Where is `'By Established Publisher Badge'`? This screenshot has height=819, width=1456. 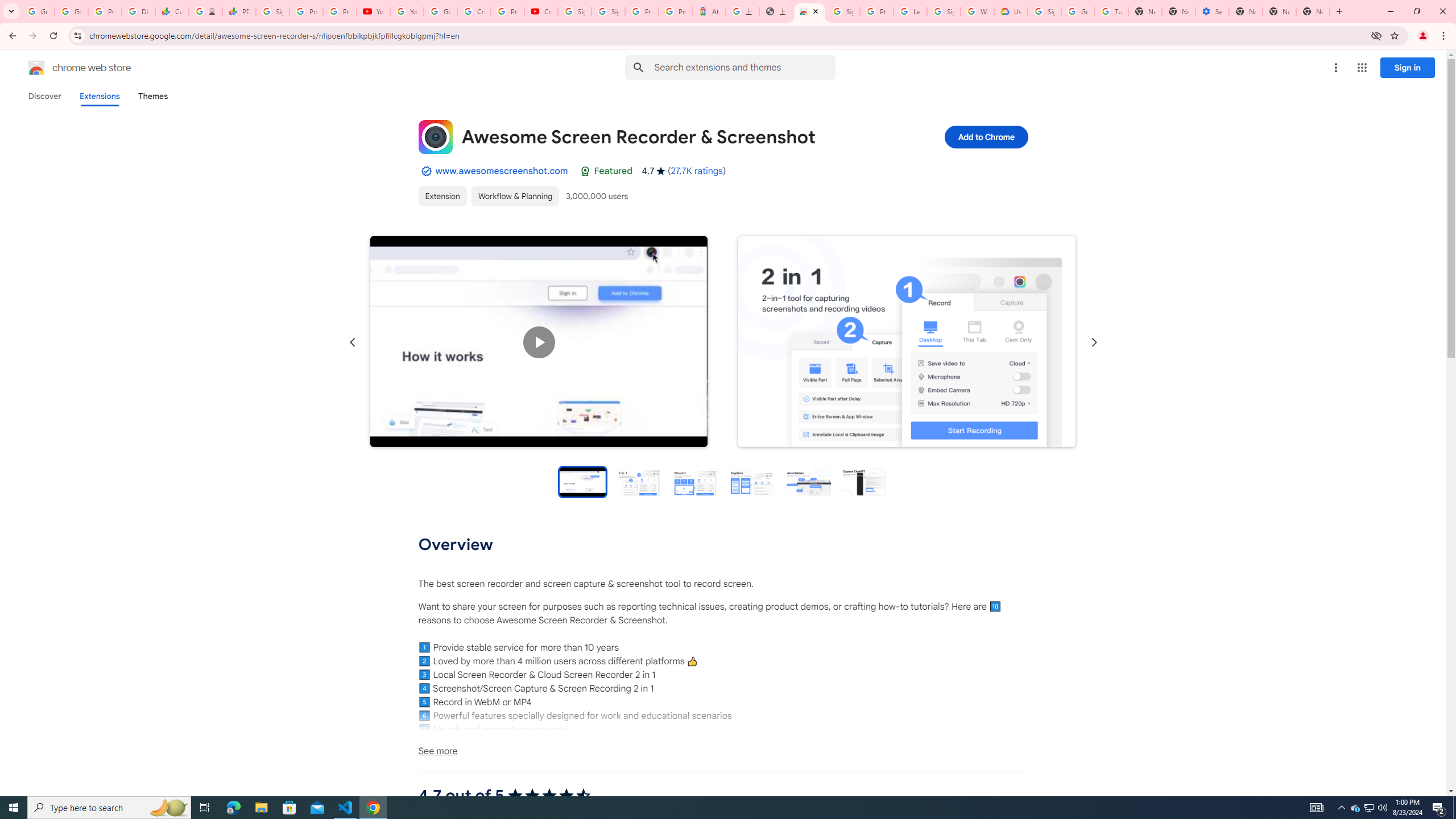
'By Established Publisher Badge' is located at coordinates (425, 170).